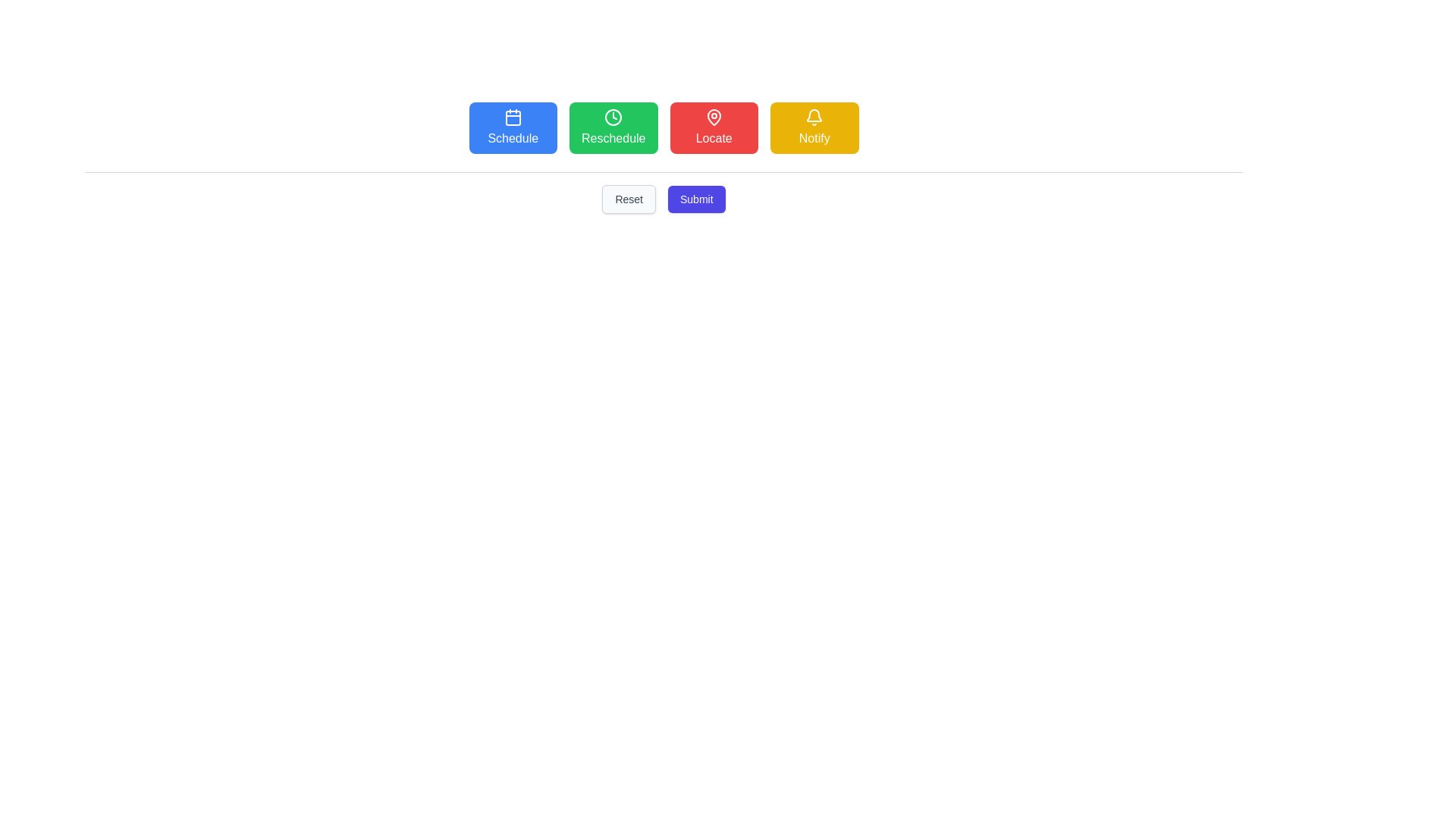  I want to click on the green rounded button labeled 'Reschedule' that is positioned between the 'Schedule' and 'Locate' buttons in the grid layout, so click(613, 127).